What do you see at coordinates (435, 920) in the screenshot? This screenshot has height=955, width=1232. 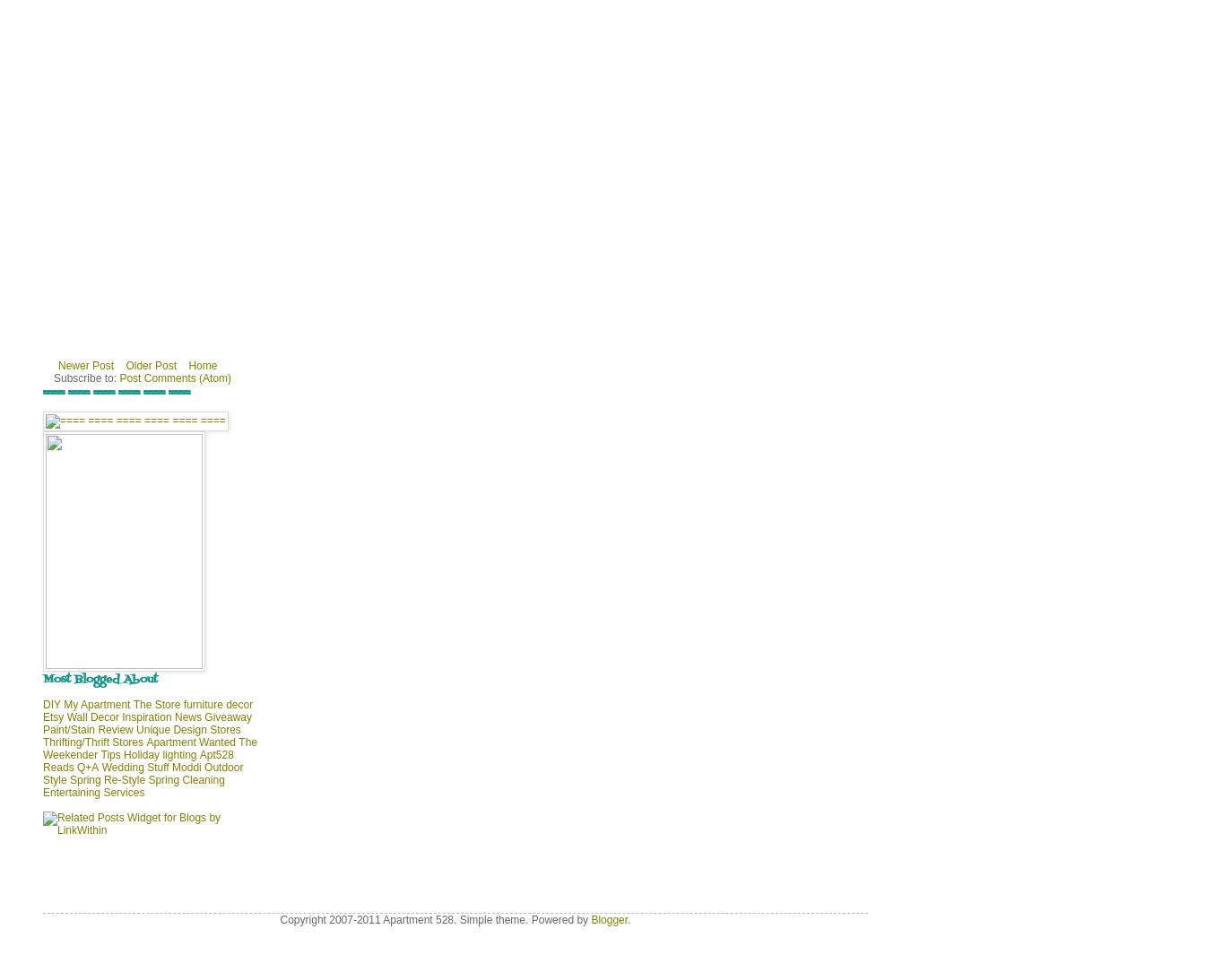 I see `'Copyright 2007-2011 Apartment 528. Simple theme. Powered by'` at bounding box center [435, 920].